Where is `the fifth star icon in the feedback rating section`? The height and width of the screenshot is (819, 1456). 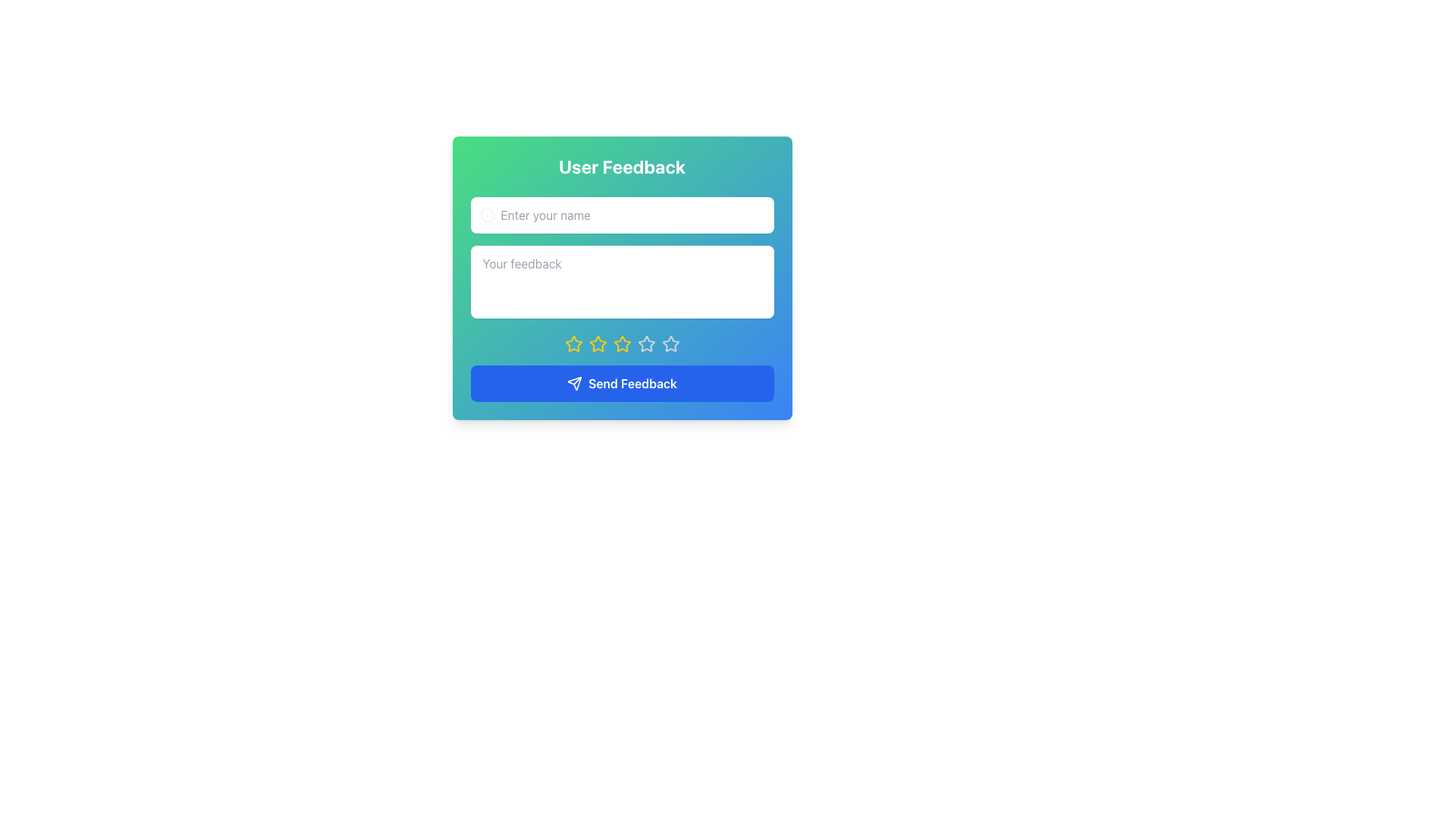 the fifth star icon in the feedback rating section is located at coordinates (646, 344).